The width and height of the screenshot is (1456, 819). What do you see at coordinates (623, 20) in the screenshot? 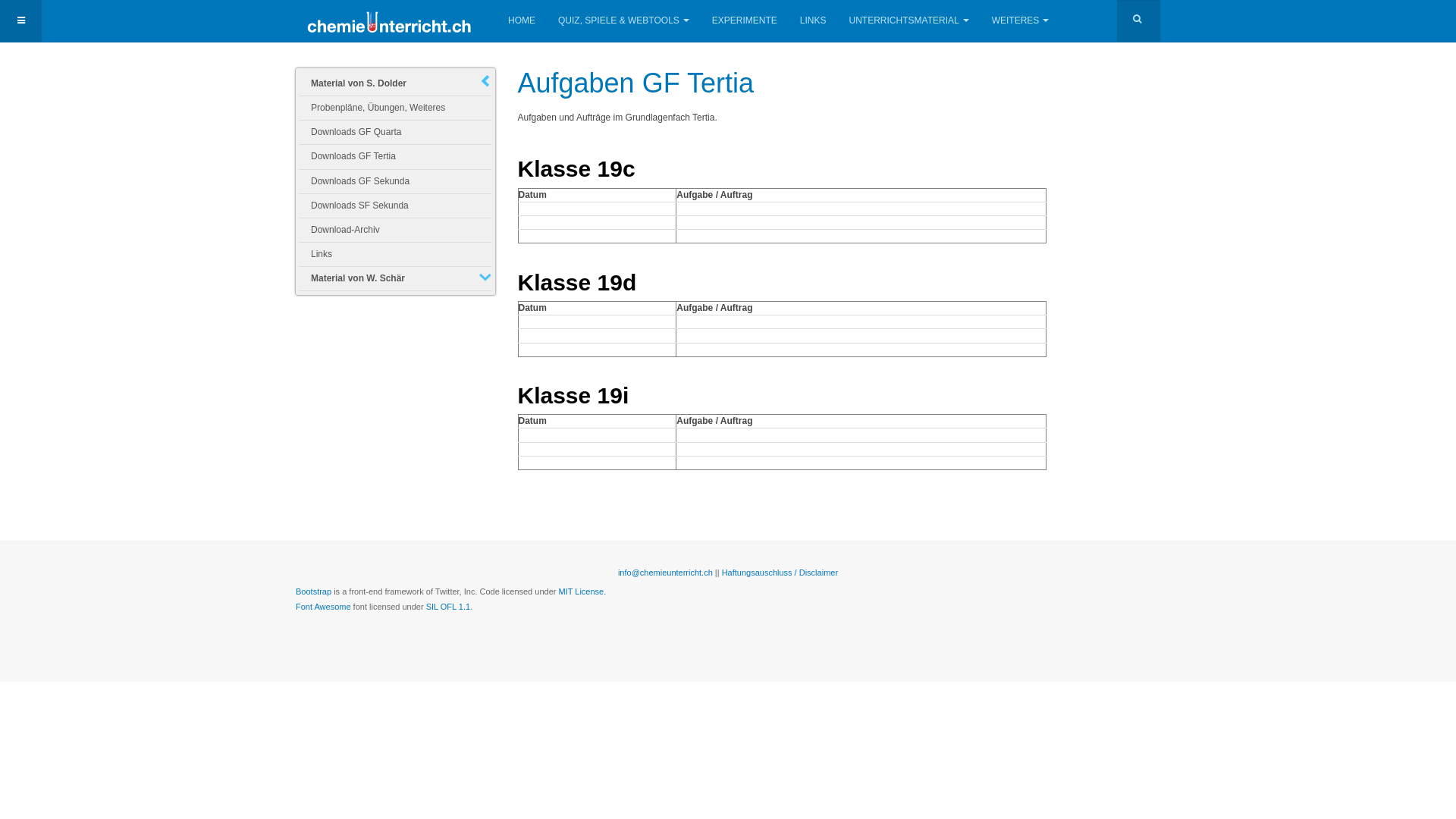
I see `'QUIZ, SPIELE & WEBTOOLS'` at bounding box center [623, 20].